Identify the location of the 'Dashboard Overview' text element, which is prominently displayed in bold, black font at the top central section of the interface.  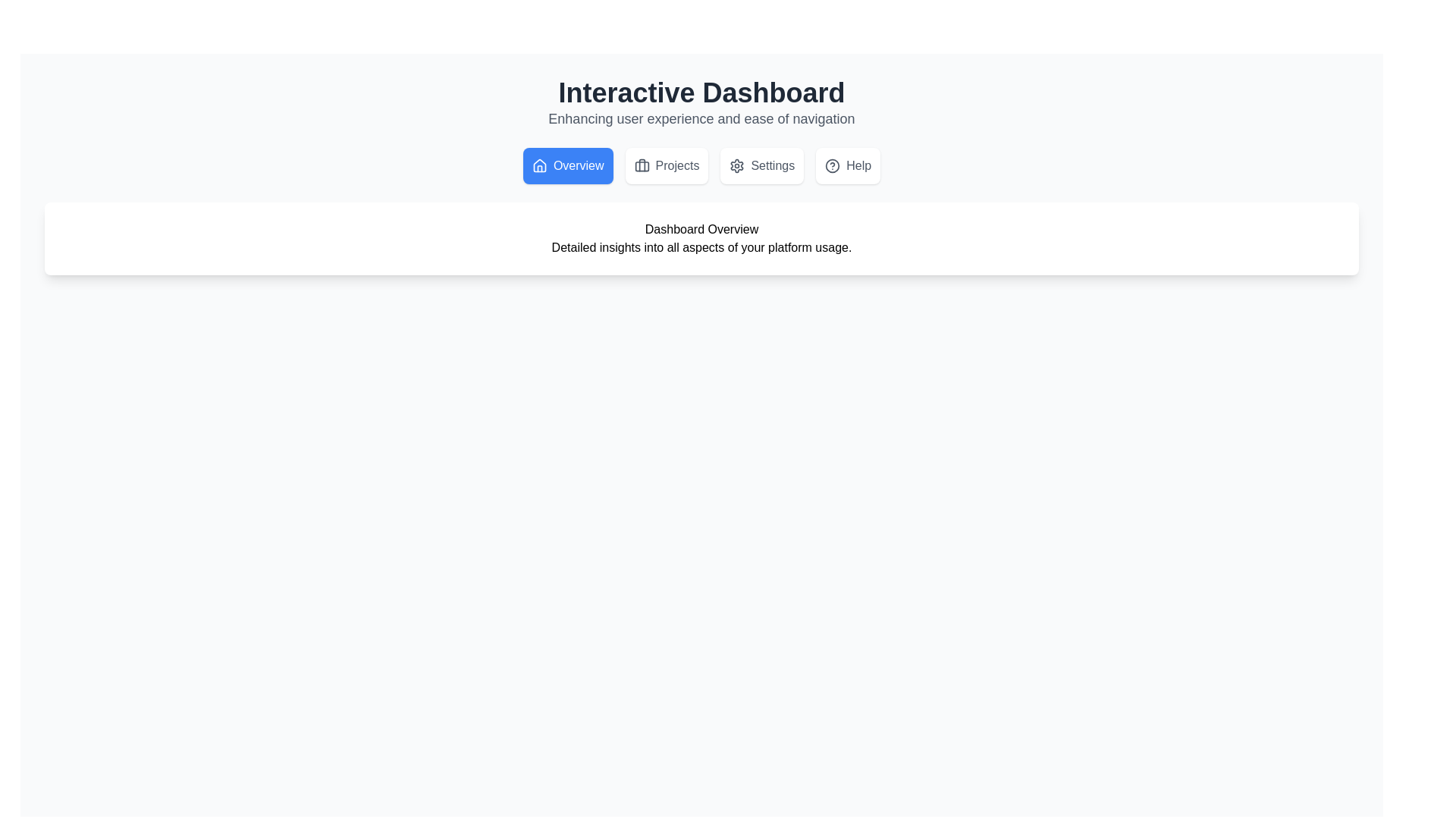
(701, 230).